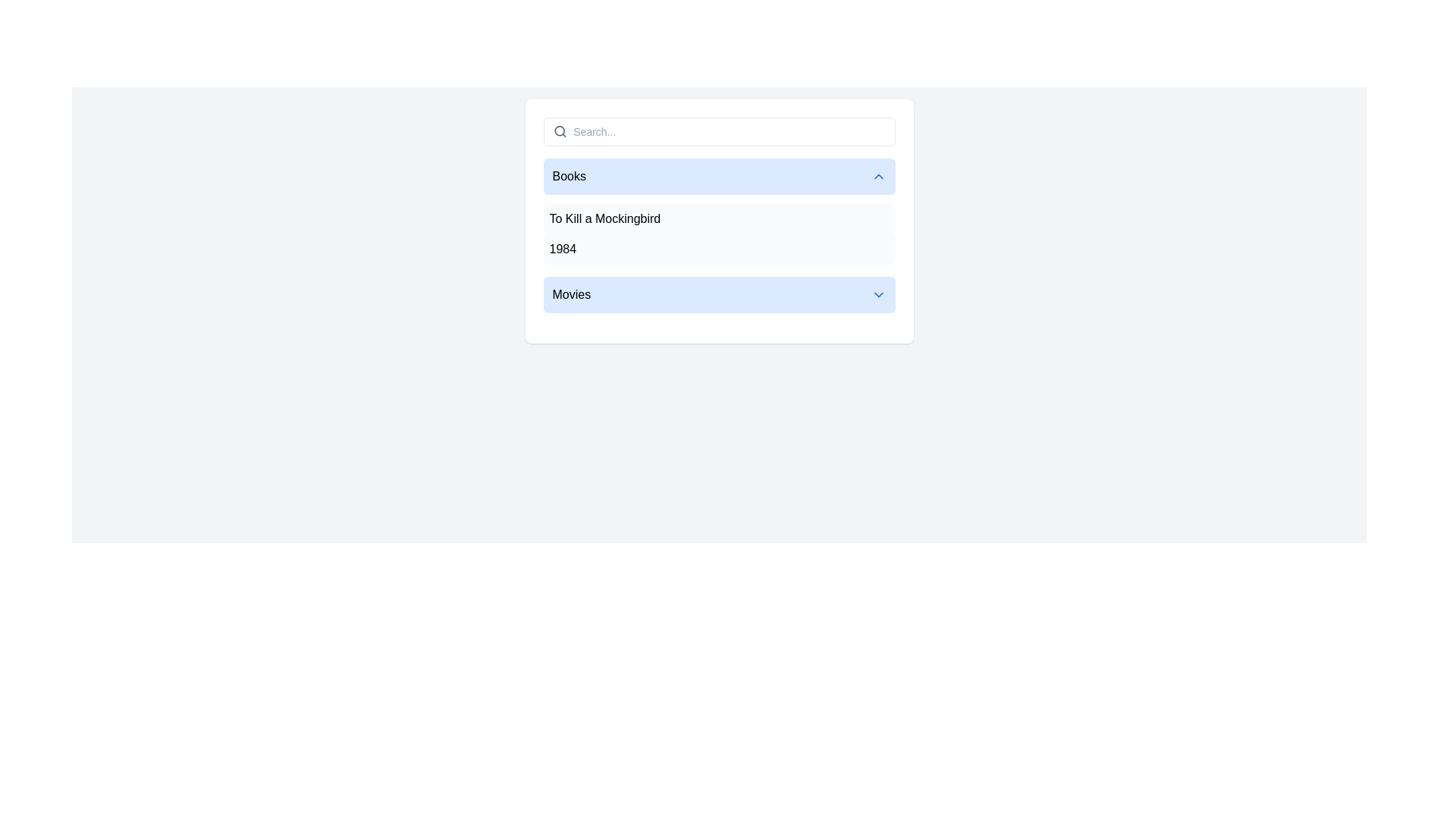  I want to click on the text label displaying 'Books' within a light blue background, located towards the upper part of the interface, to the left of an upward-pointing chevron icon, so click(568, 175).